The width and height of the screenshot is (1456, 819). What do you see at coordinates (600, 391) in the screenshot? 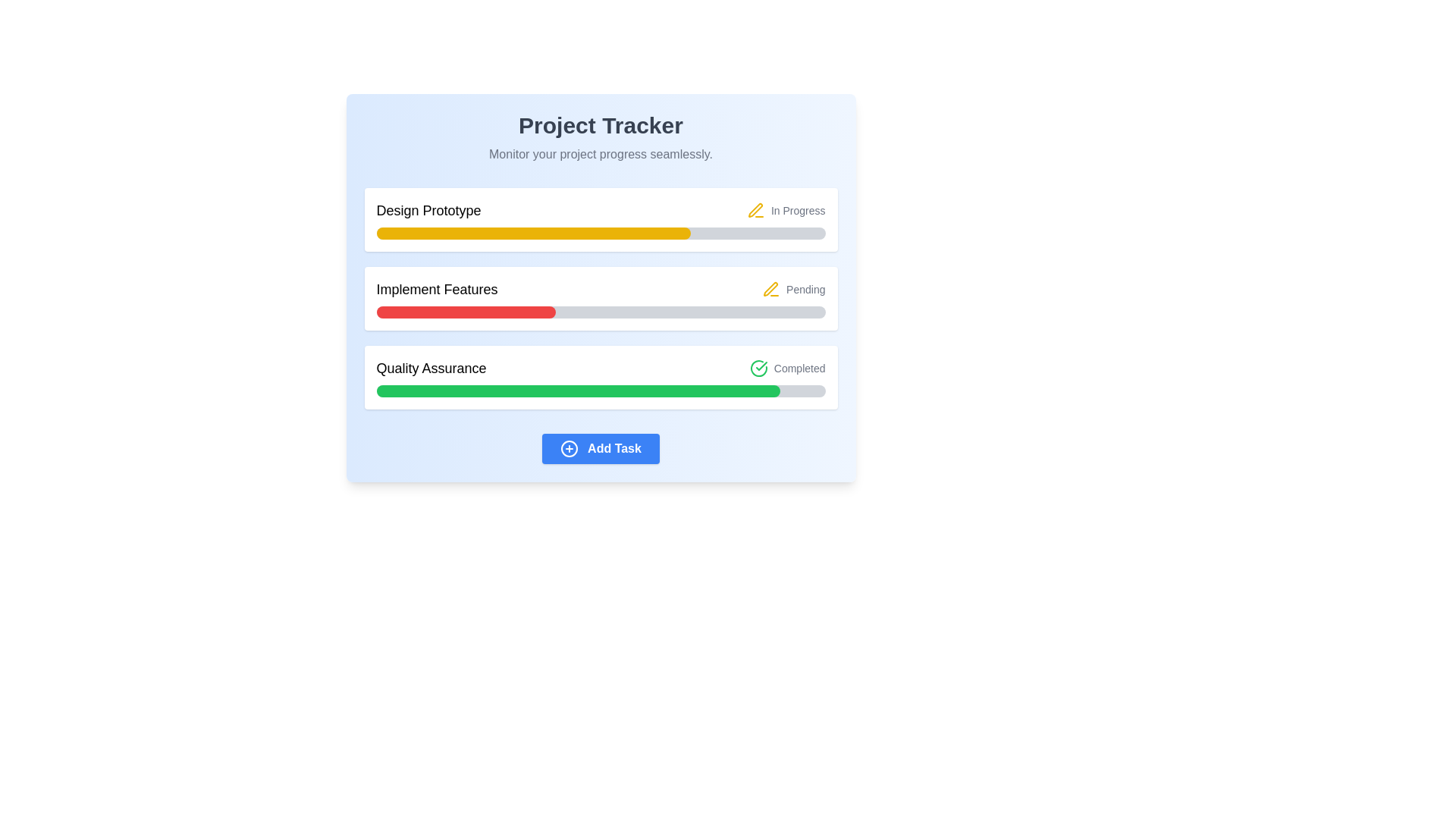
I see `the horizontal progress bar with a rounded rectangular shape that indicates approximately 90% completion, located within the 'Quality Assurance' card in the 'Project Tracker' interface` at bounding box center [600, 391].